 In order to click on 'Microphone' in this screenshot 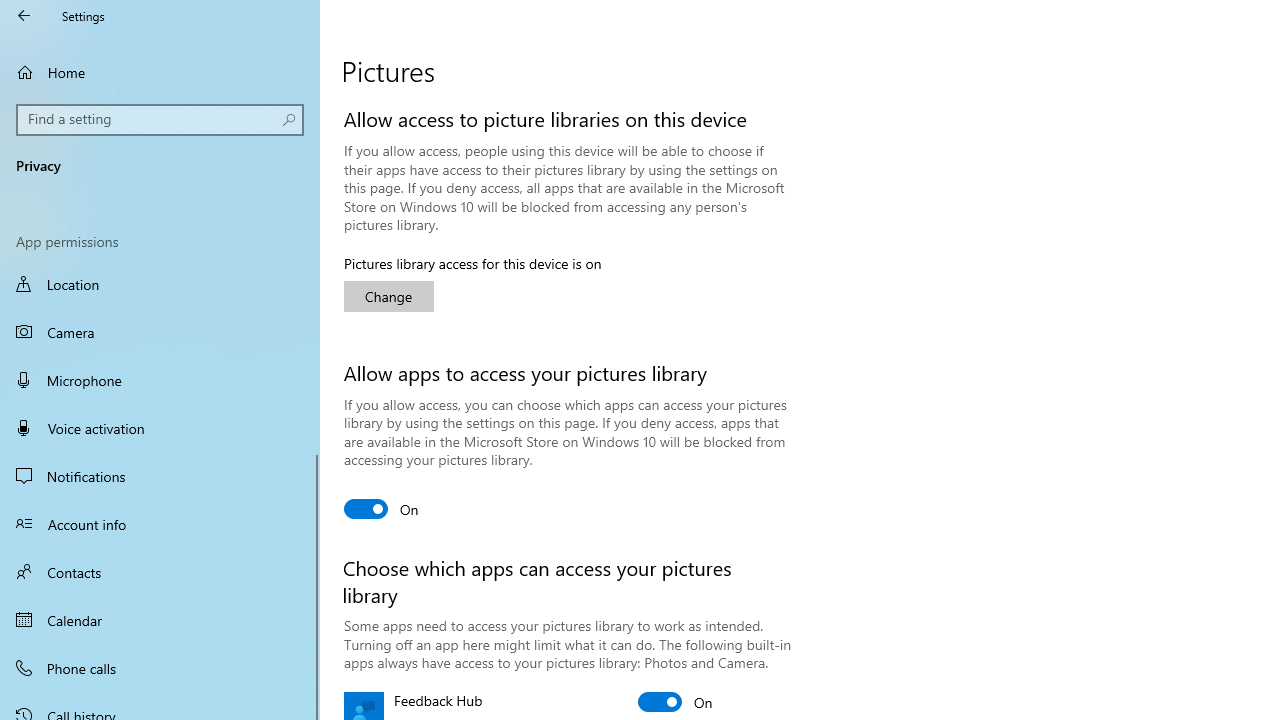, I will do `click(160, 379)`.